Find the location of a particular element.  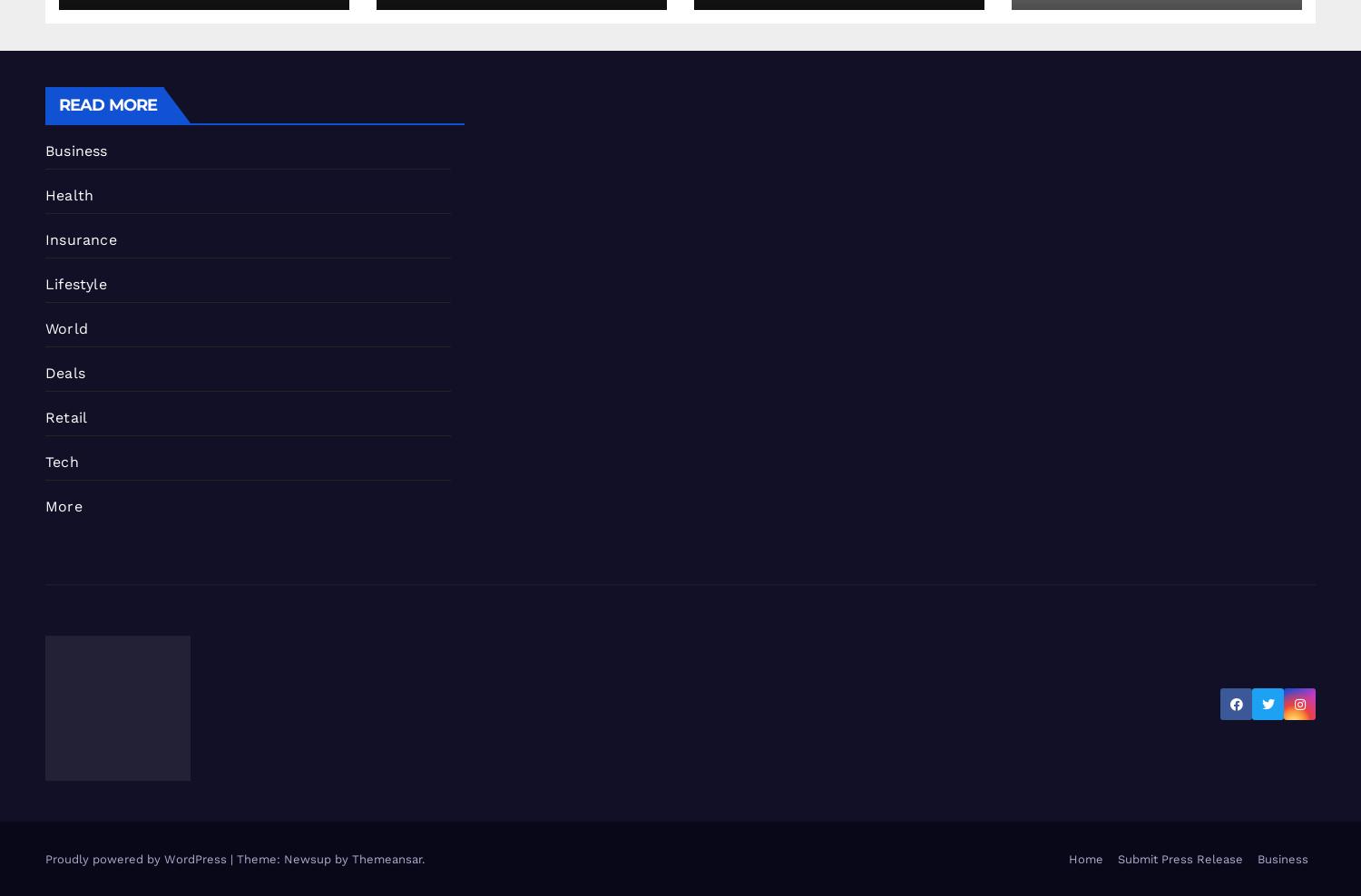

'Lifestyle' is located at coordinates (74, 284).